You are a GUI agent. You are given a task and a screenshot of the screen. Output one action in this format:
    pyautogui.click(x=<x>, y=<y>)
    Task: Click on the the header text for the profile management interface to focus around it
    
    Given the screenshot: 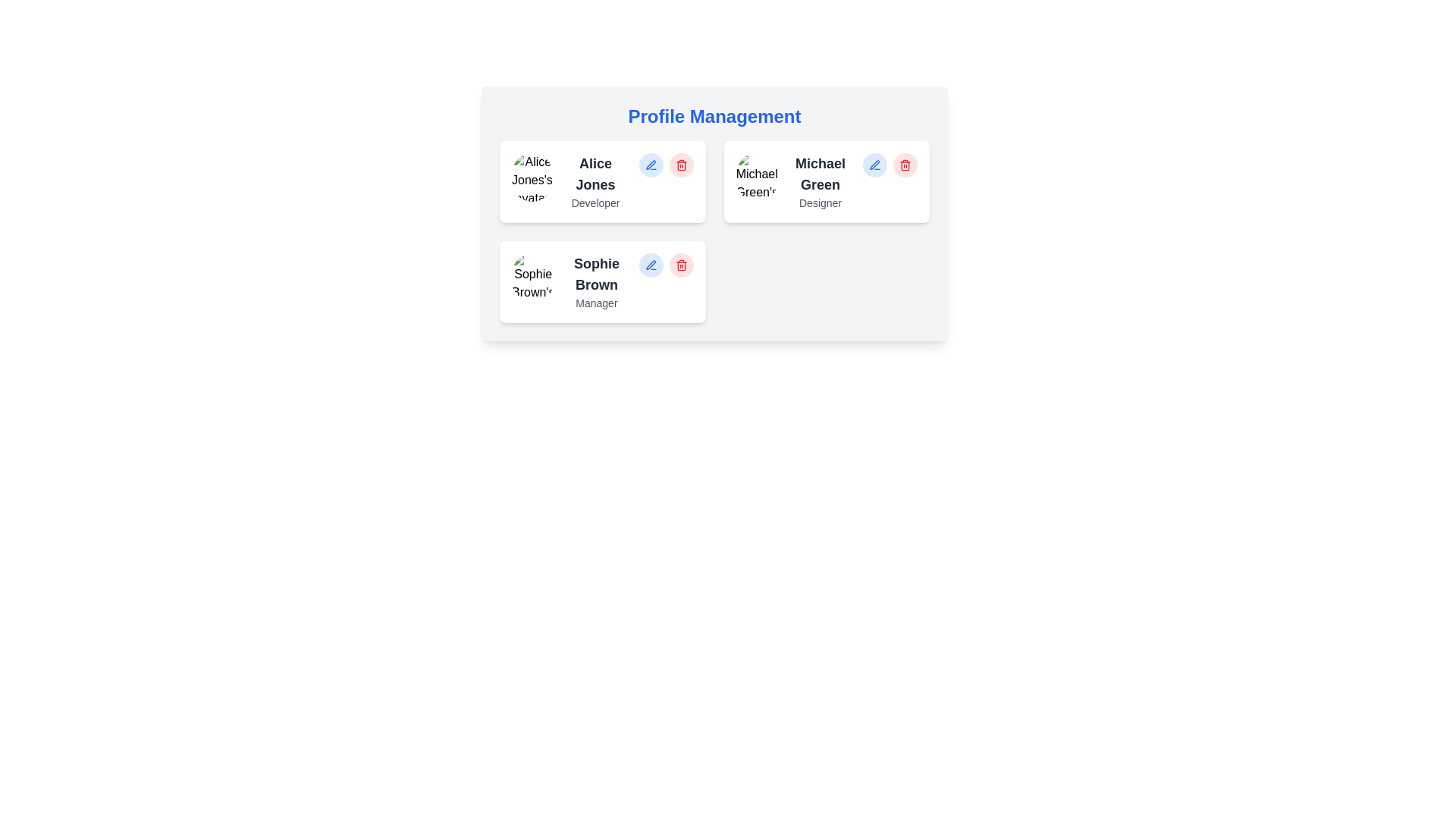 What is the action you would take?
    pyautogui.click(x=714, y=116)
    